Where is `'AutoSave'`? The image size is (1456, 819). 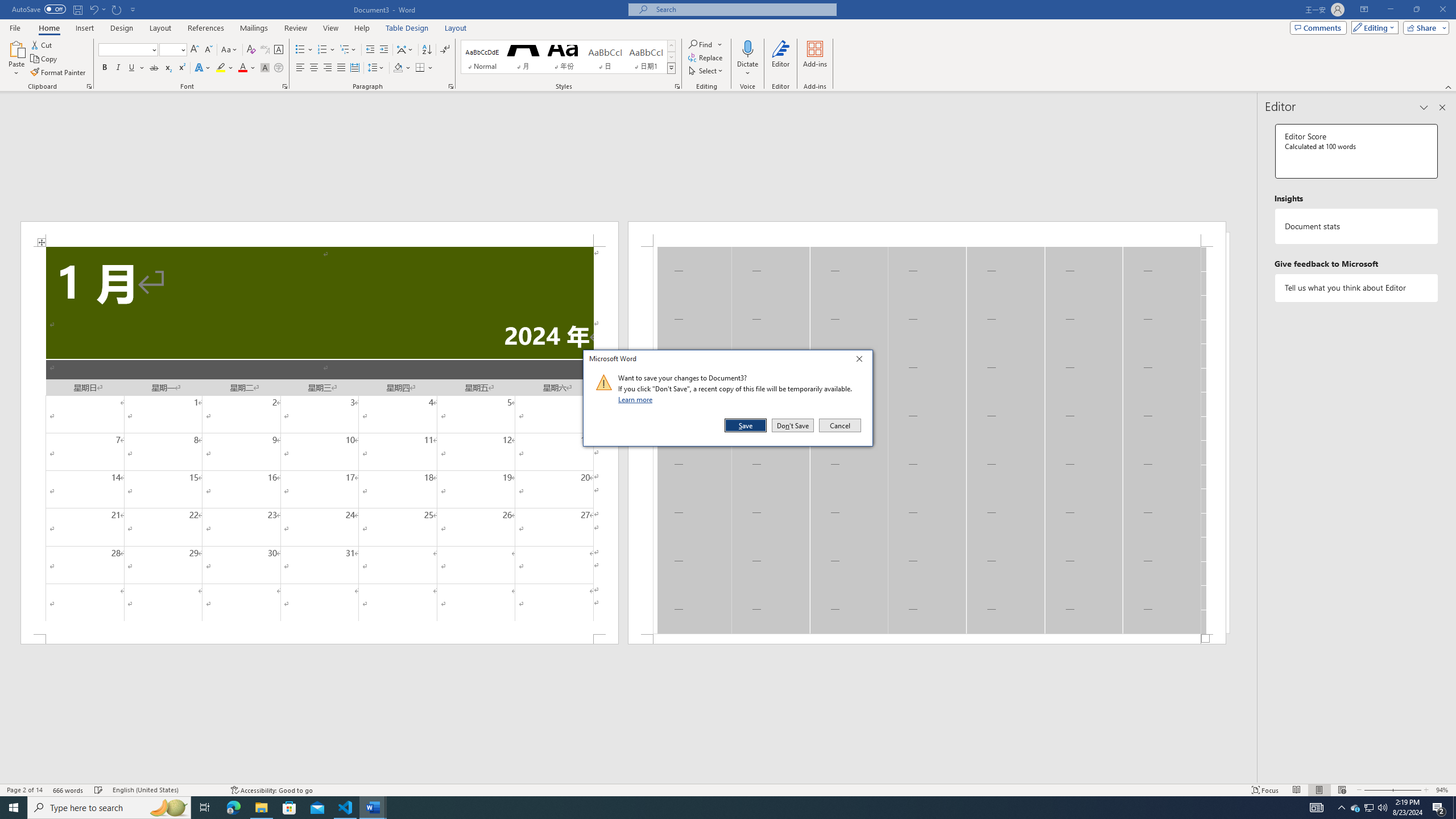
'AutoSave' is located at coordinates (39, 9).